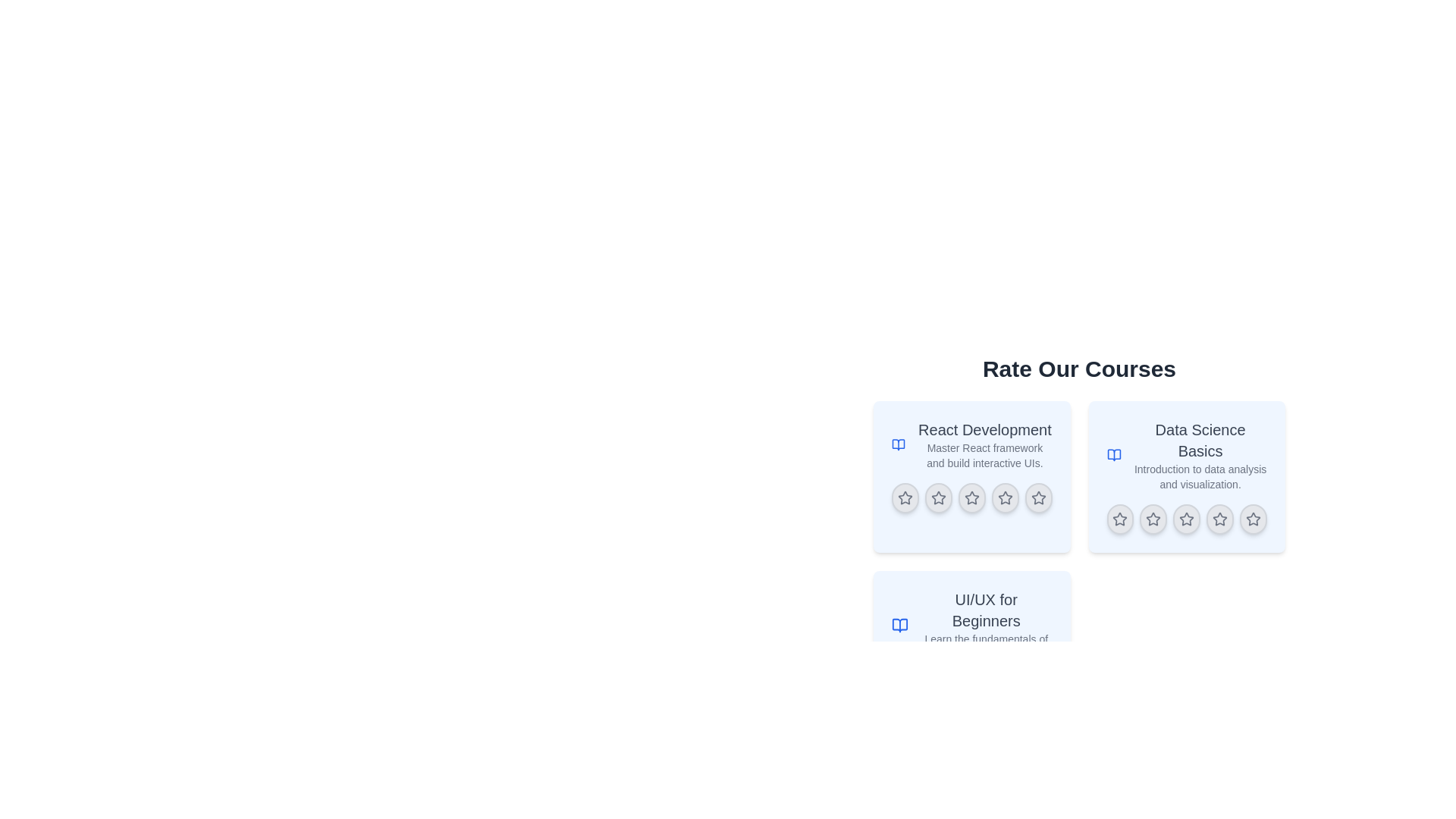 Image resolution: width=1456 pixels, height=819 pixels. What do you see at coordinates (971, 497) in the screenshot?
I see `the interactive rating widget consisting of five rounded stars, specifically` at bounding box center [971, 497].